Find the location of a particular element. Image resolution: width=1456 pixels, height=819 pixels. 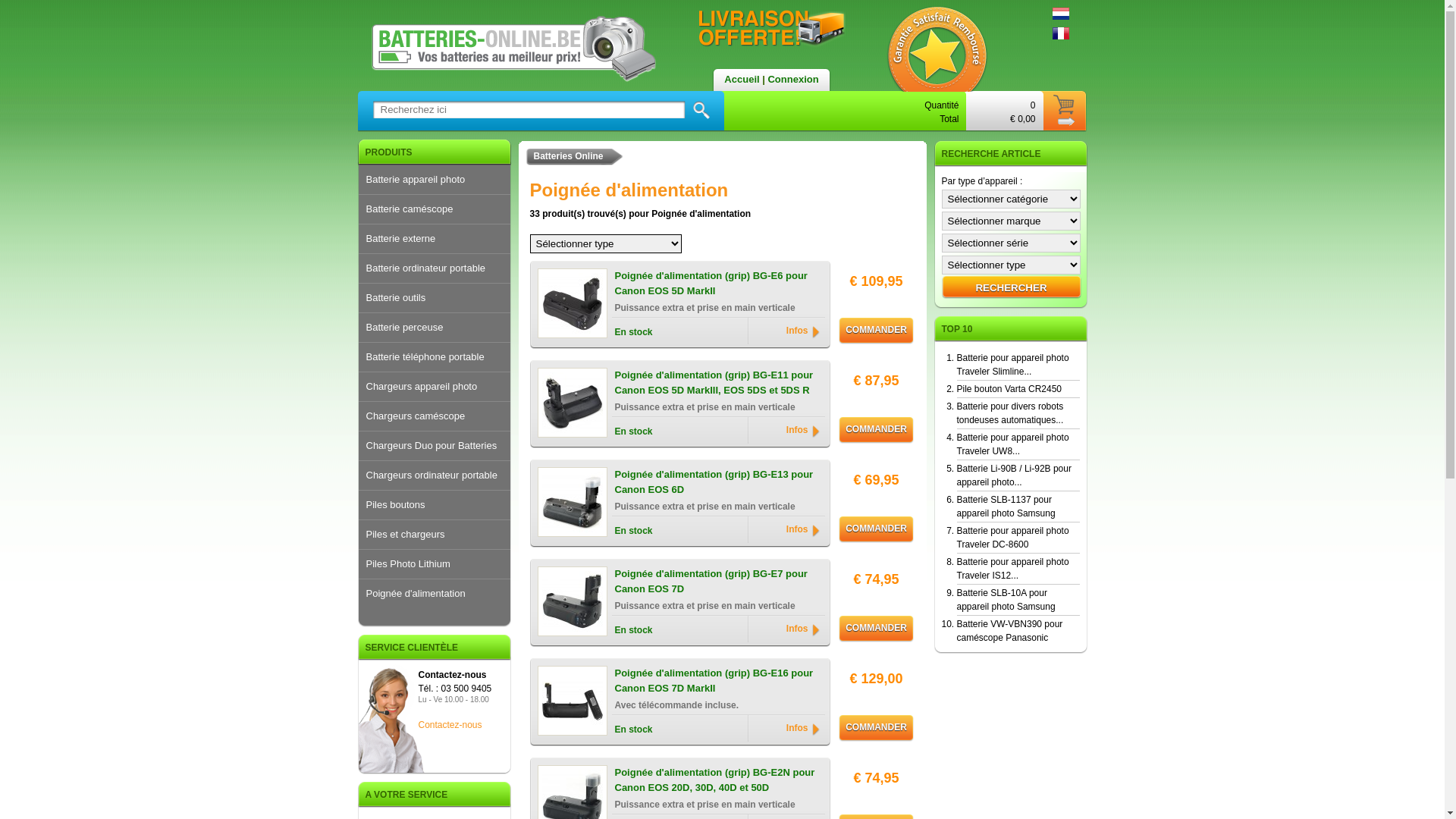

'Connexion' is located at coordinates (792, 79).